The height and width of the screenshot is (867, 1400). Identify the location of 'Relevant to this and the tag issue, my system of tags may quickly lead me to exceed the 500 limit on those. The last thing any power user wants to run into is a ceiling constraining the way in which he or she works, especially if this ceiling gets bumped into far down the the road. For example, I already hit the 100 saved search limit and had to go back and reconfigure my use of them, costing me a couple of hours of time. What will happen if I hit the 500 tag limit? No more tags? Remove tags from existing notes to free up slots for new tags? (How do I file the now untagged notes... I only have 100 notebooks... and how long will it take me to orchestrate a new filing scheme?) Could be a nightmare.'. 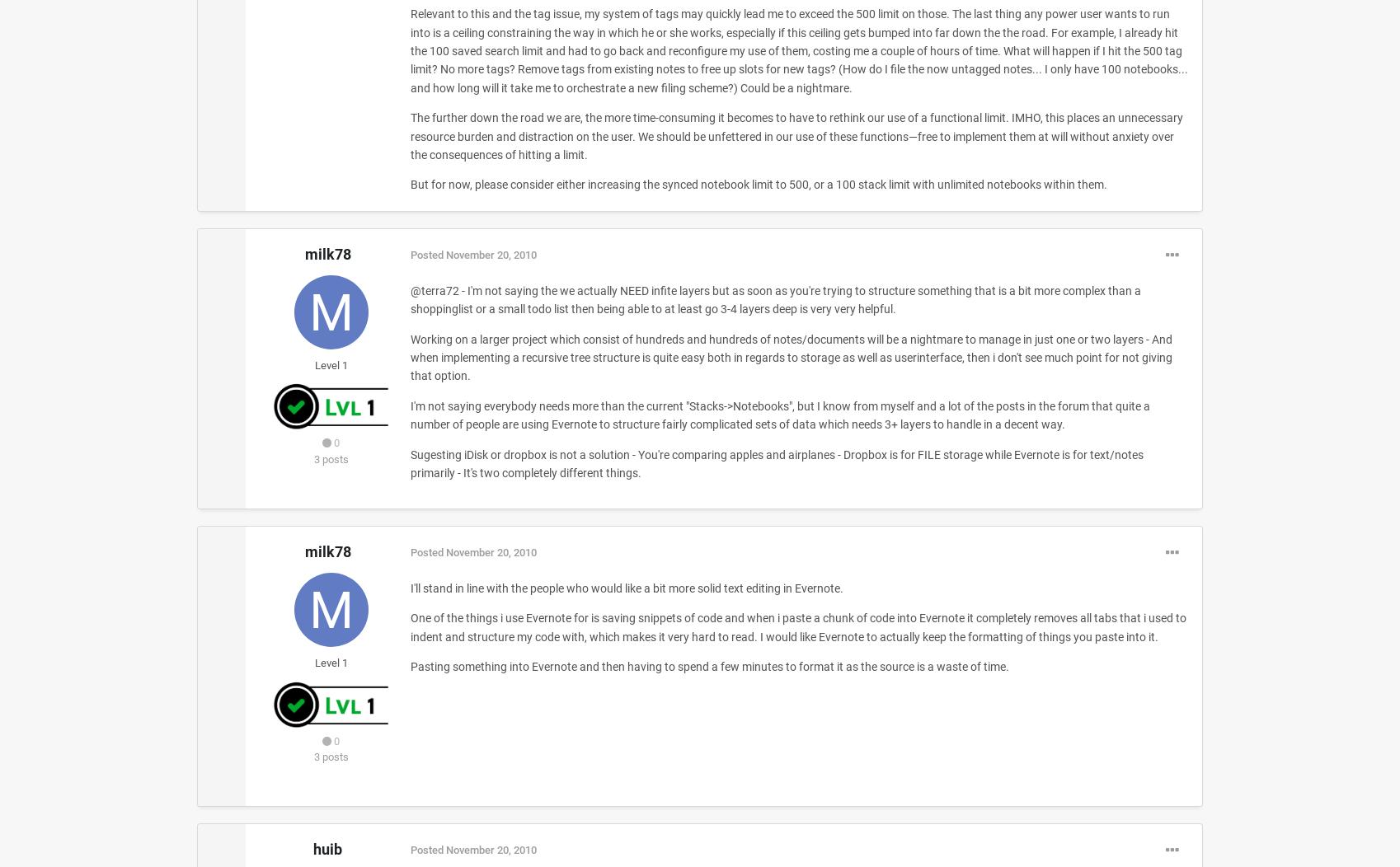
(797, 49).